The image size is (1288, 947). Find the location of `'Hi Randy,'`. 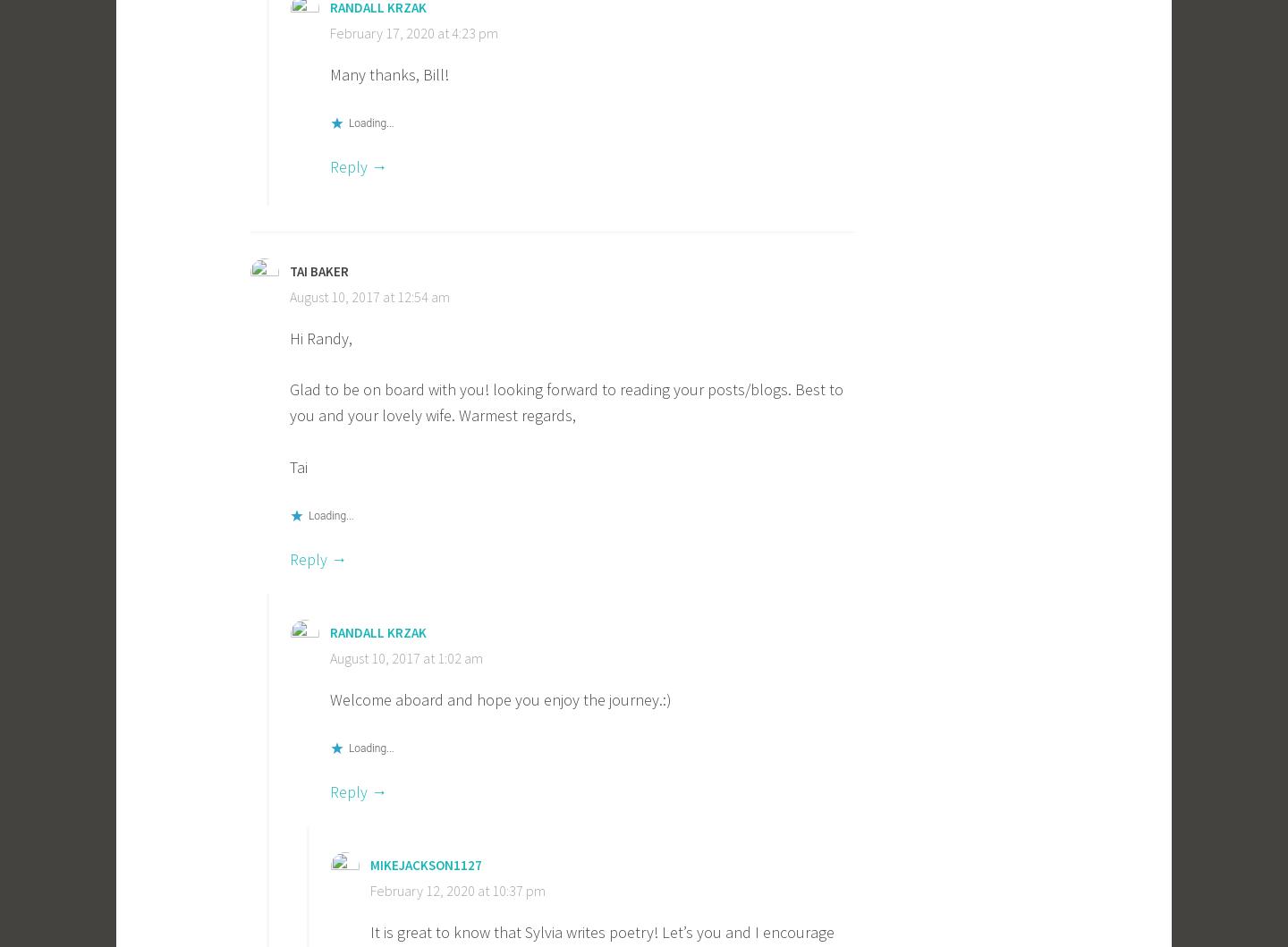

'Hi Randy,' is located at coordinates (320, 336).